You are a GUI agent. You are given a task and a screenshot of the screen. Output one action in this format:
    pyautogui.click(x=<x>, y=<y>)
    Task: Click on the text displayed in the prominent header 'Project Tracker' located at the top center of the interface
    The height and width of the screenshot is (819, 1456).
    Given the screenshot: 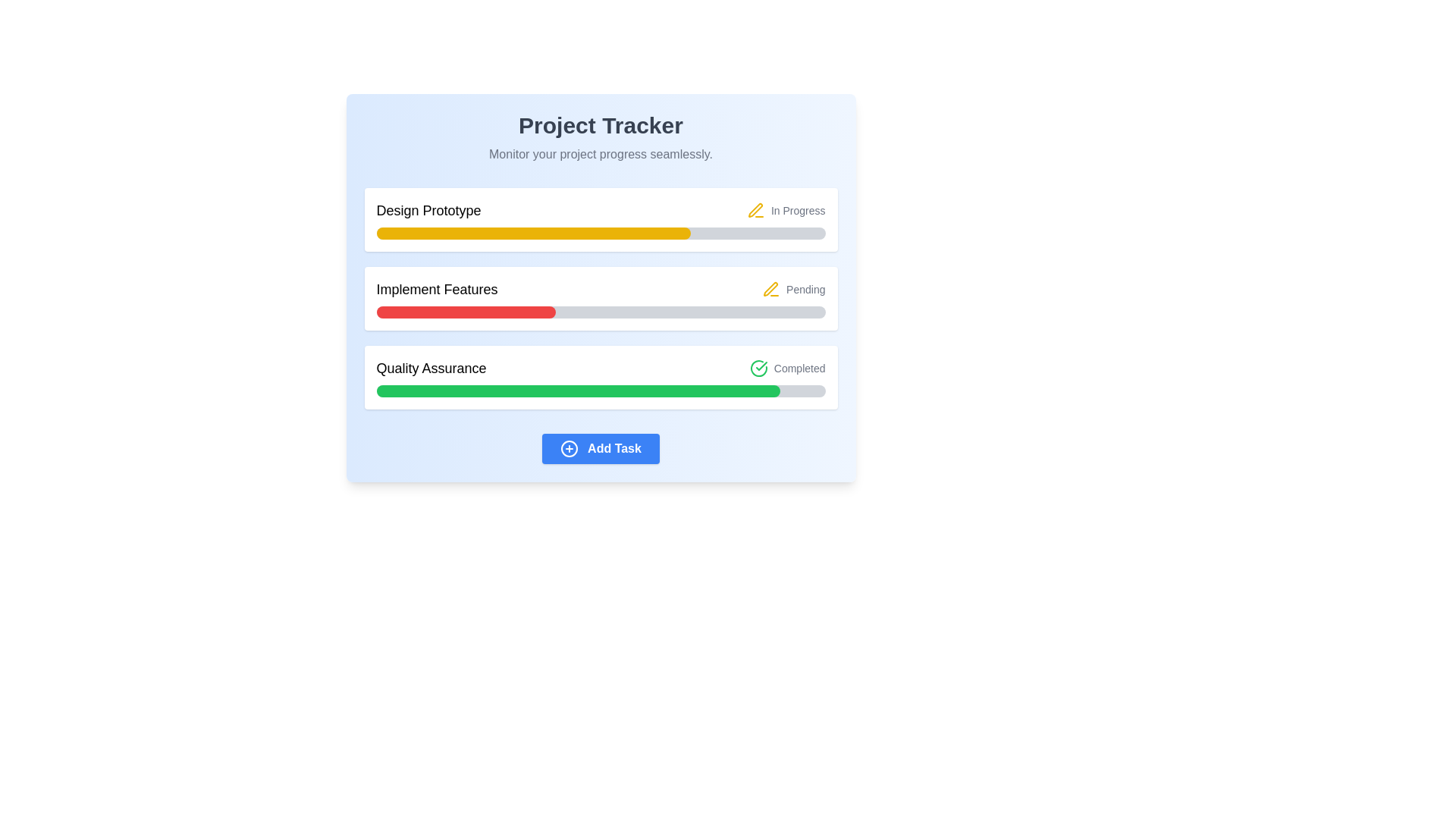 What is the action you would take?
    pyautogui.click(x=600, y=124)
    